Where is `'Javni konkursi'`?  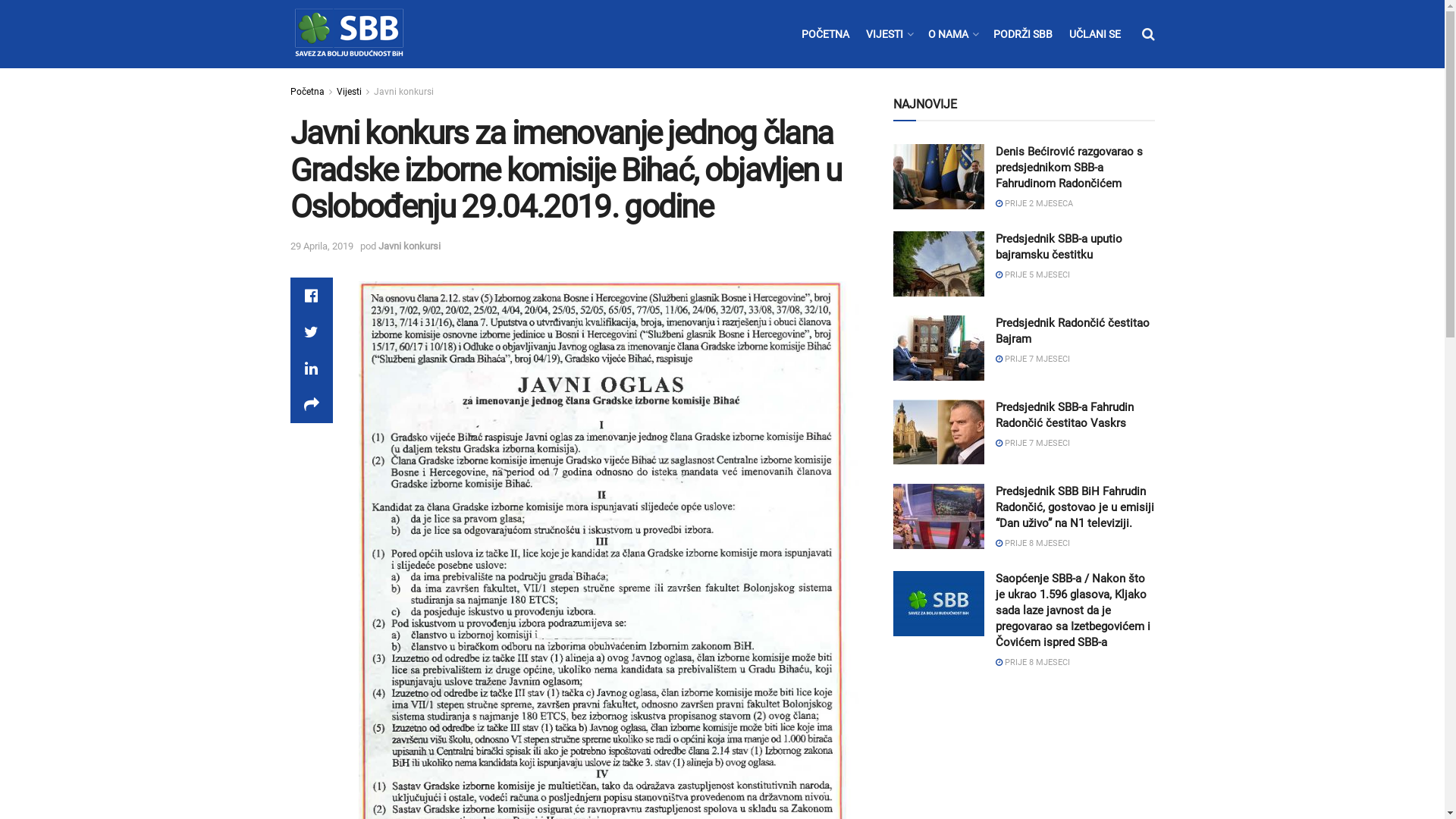 'Javni konkursi' is located at coordinates (408, 245).